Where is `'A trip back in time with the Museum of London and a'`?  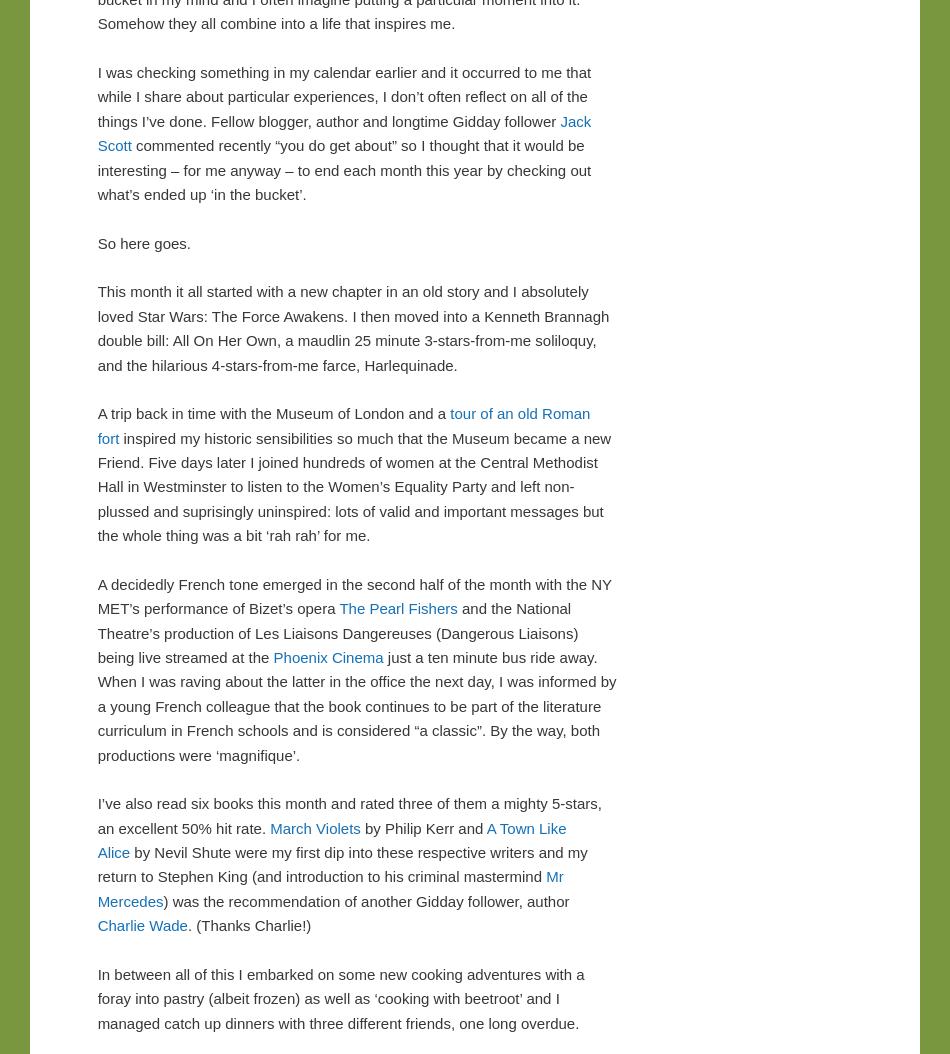 'A trip back in time with the Museum of London and a' is located at coordinates (272, 412).